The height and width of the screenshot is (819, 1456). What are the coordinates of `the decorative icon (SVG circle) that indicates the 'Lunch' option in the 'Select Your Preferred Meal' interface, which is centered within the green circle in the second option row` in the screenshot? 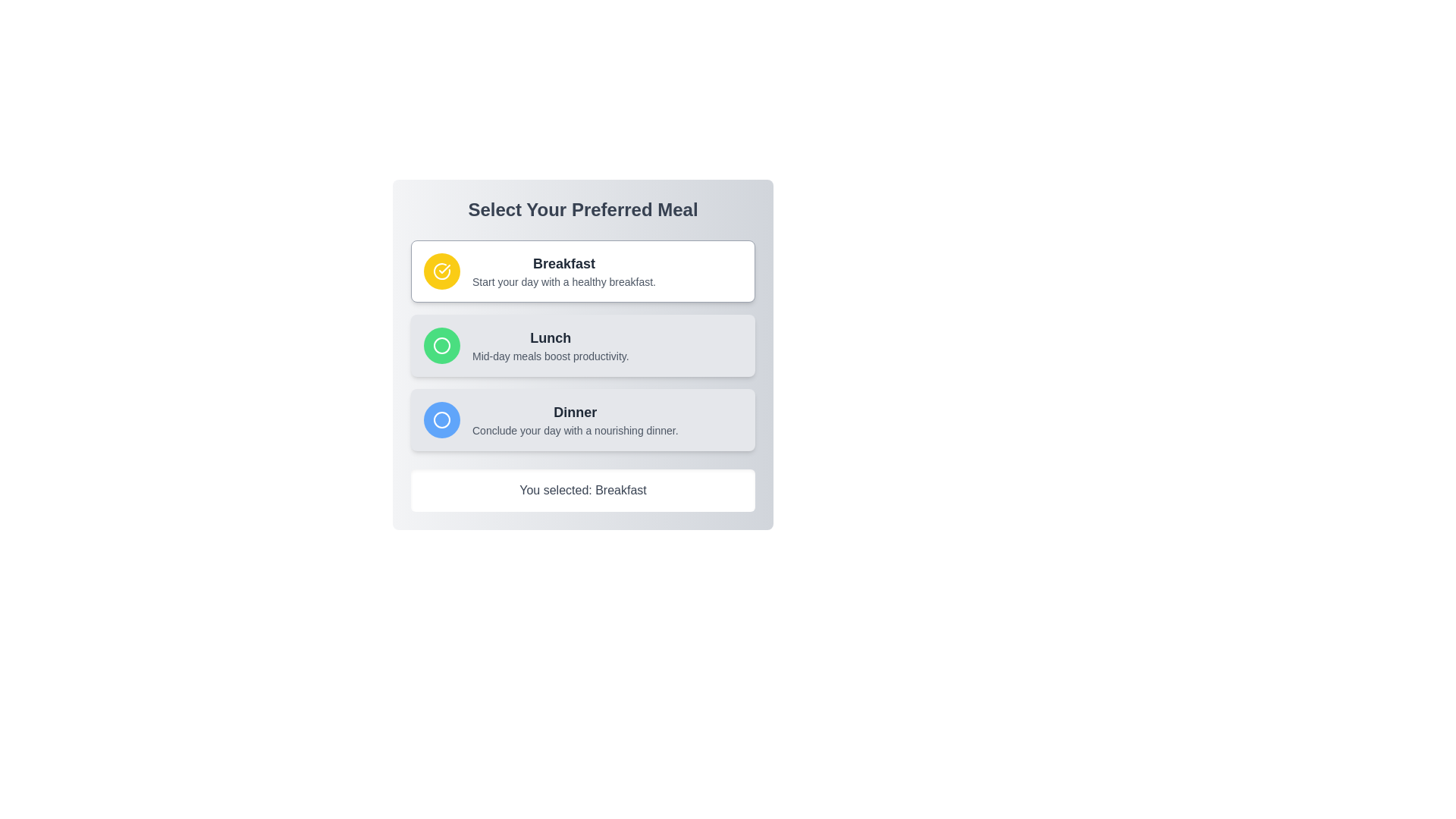 It's located at (441, 345).